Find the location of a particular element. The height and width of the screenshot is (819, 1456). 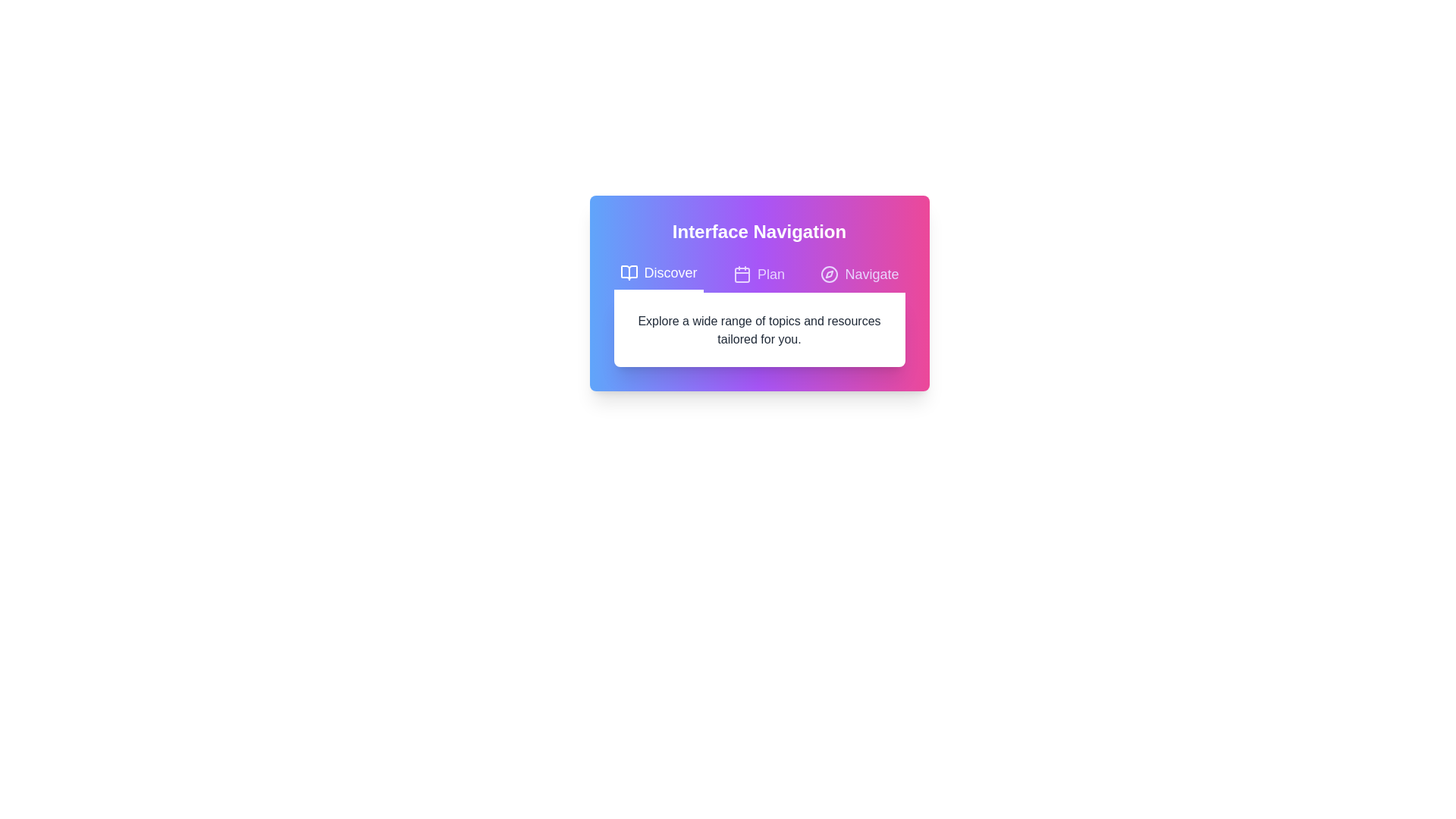

the Decorative component of the calendar icon, which is centrally located at the second button labeled 'Plan' in the interface navigation is located at coordinates (742, 275).